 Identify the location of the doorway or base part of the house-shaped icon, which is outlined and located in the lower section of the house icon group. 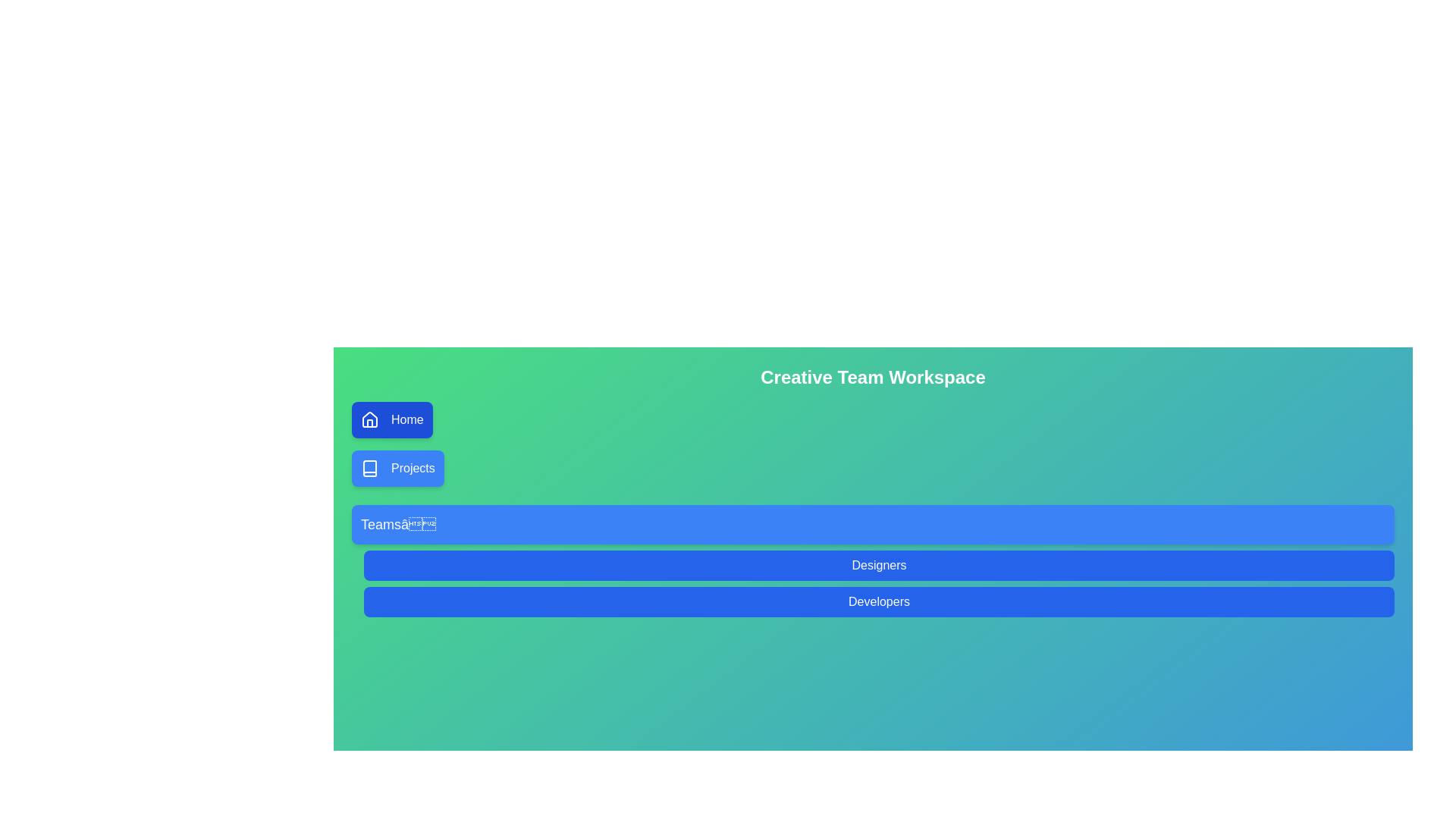
(370, 423).